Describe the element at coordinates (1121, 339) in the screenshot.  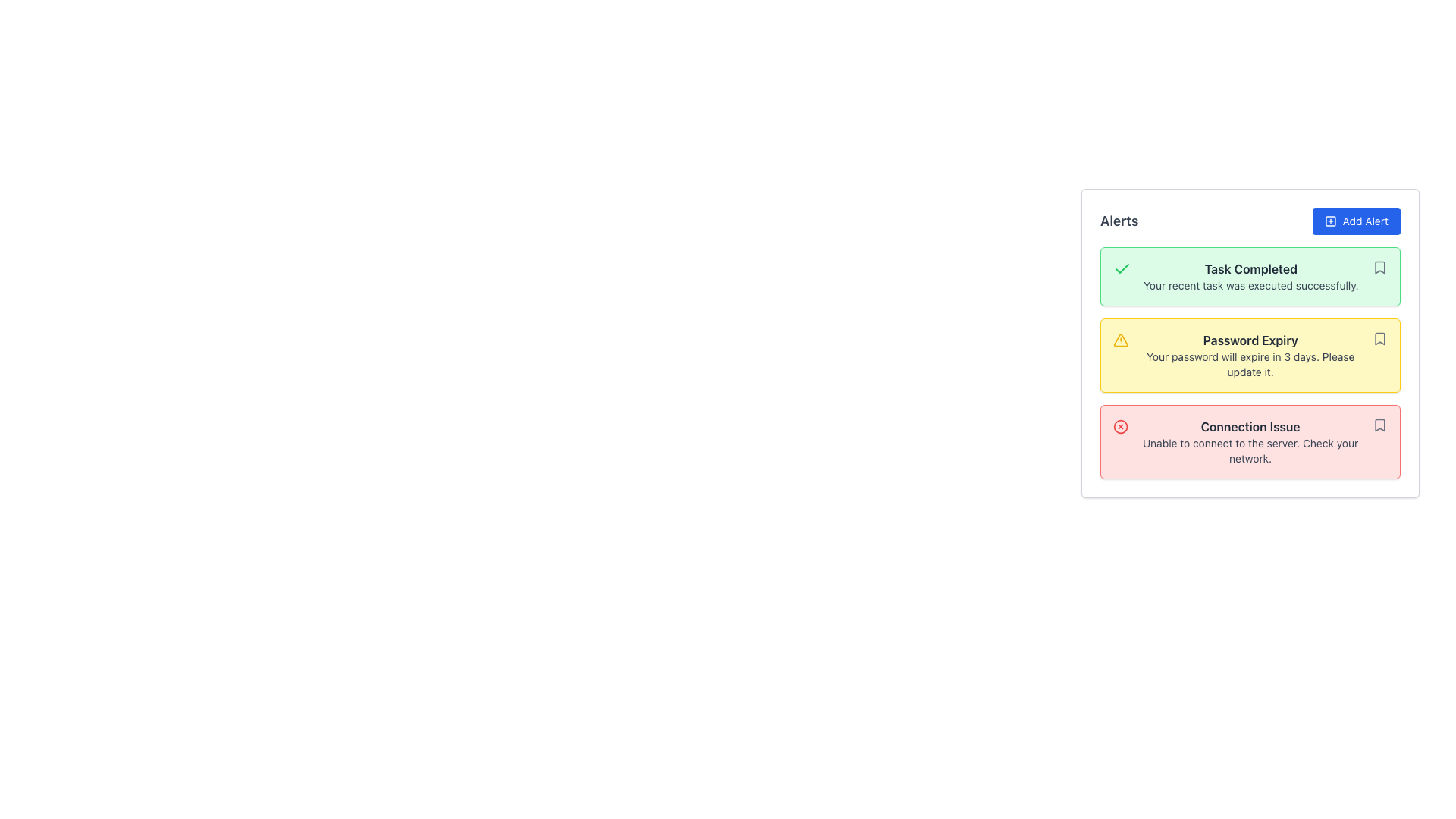
I see `the yellow triangular alert icon located to the left of the 'Password Expiry' notification in the alerts grouping for more information` at that location.